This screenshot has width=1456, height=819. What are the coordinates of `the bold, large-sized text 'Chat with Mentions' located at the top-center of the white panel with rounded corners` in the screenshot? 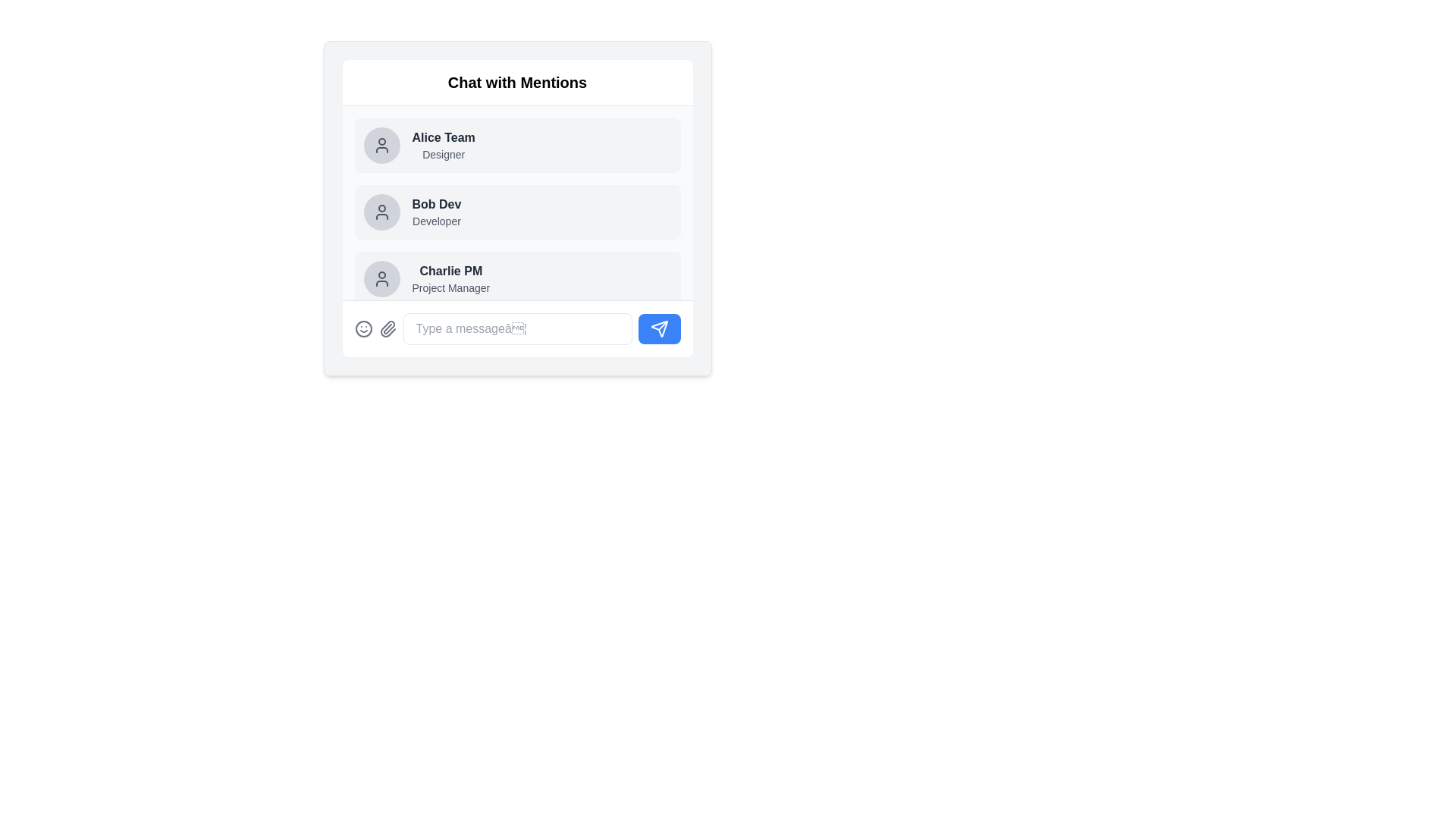 It's located at (517, 82).